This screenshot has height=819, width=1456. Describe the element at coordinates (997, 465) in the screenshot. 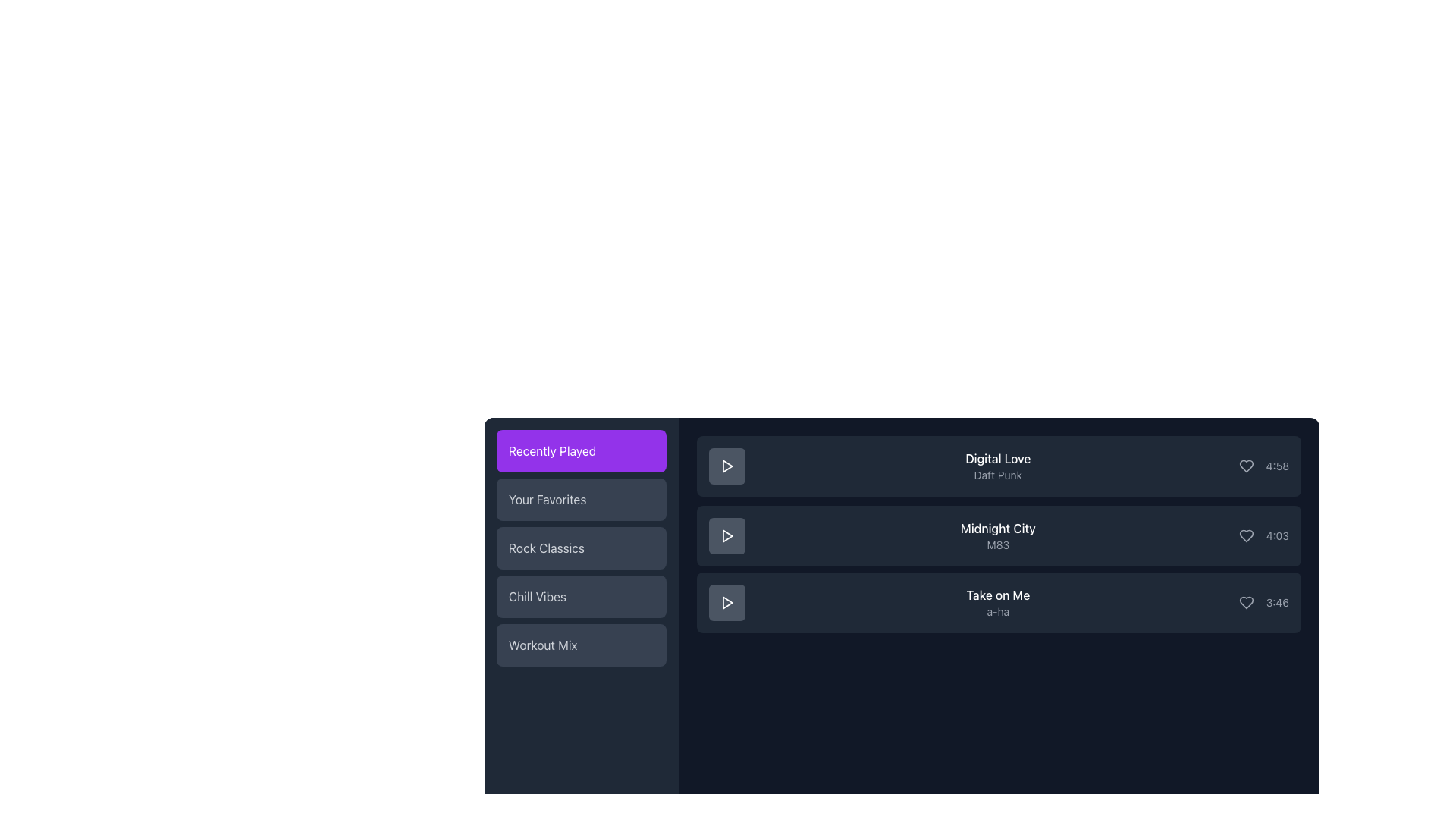

I see `the Text Display element that shows the song title 'Digital Love' by 'Daft Punk', which is the first song in the list, located between the play button and the duration text '4:58'` at that location.